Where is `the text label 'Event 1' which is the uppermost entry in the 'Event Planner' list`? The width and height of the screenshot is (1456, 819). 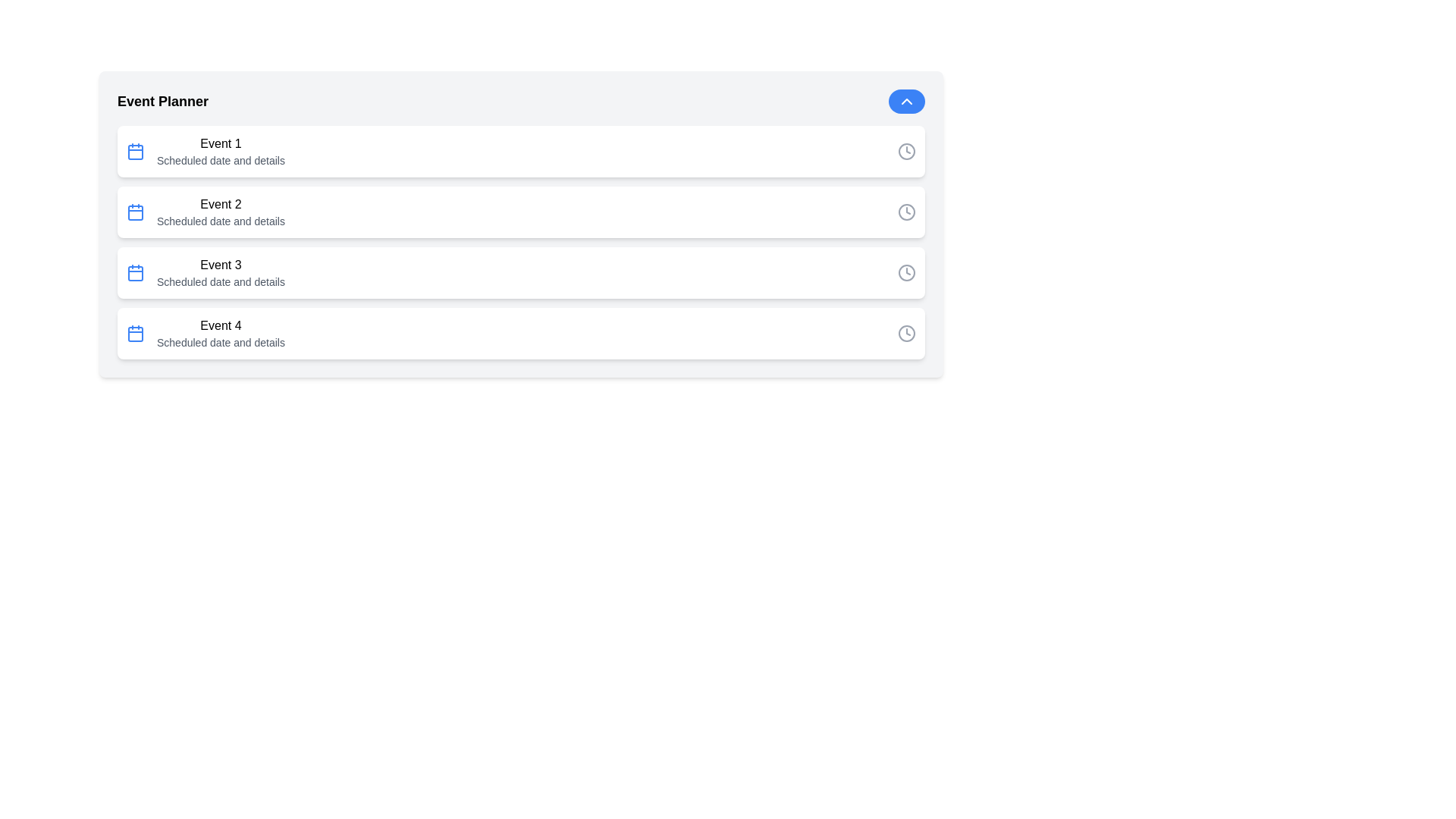 the text label 'Event 1' which is the uppermost entry in the 'Event Planner' list is located at coordinates (220, 143).